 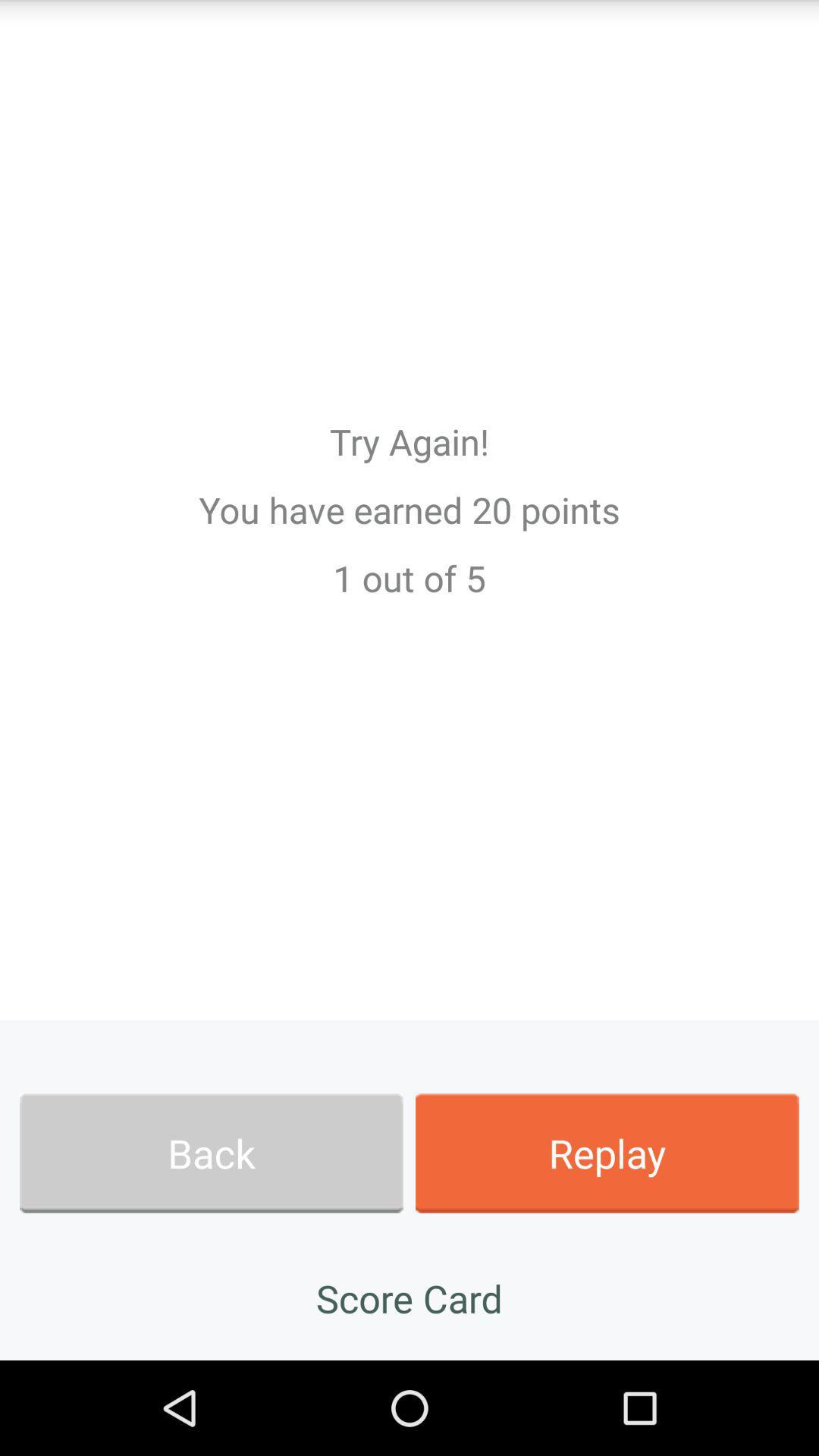 I want to click on score card icon, so click(x=409, y=1298).